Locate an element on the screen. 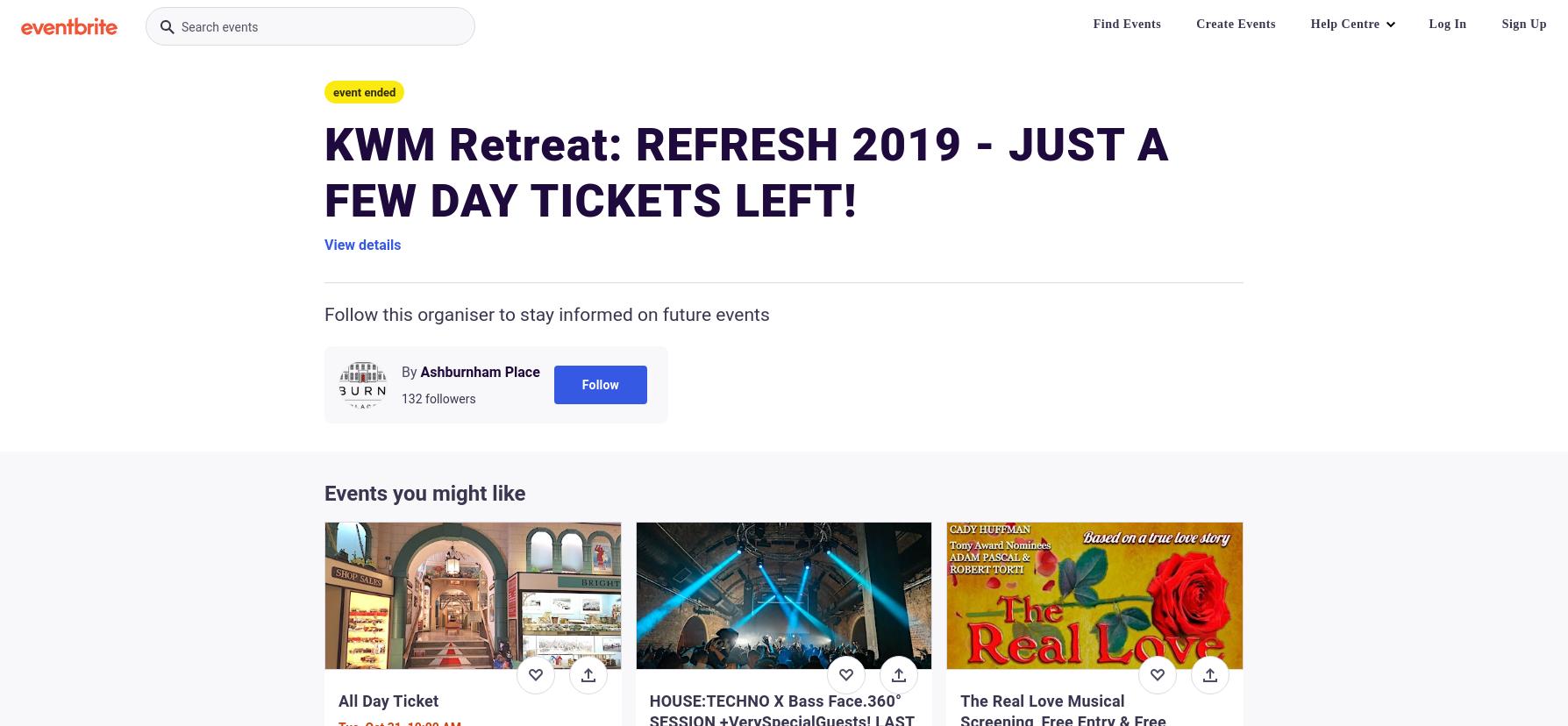  'Events you might like' is located at coordinates (323, 494).